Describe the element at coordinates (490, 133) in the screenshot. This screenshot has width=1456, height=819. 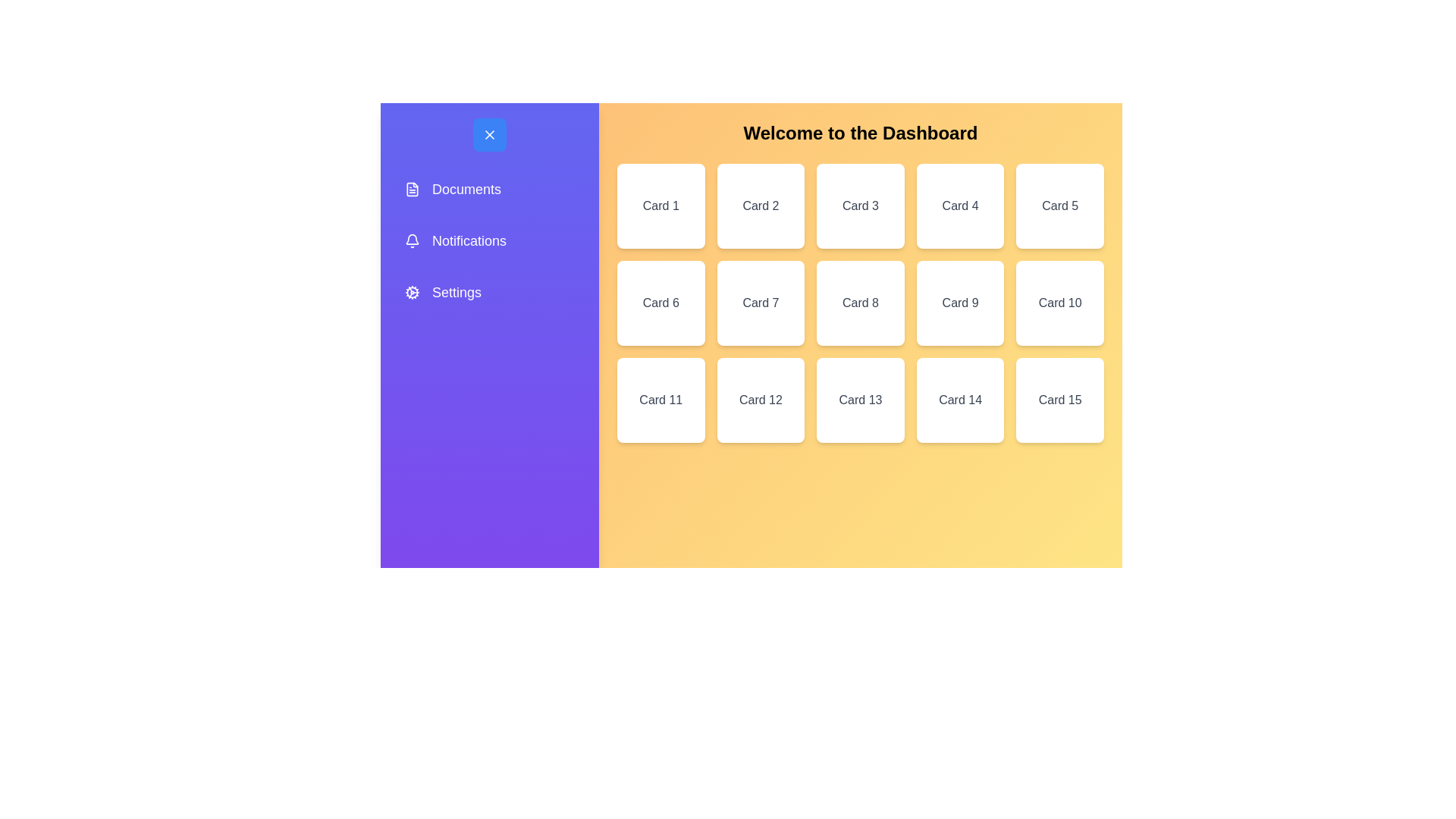
I see `toggle button to change the visibility of the sidebar drawer` at that location.